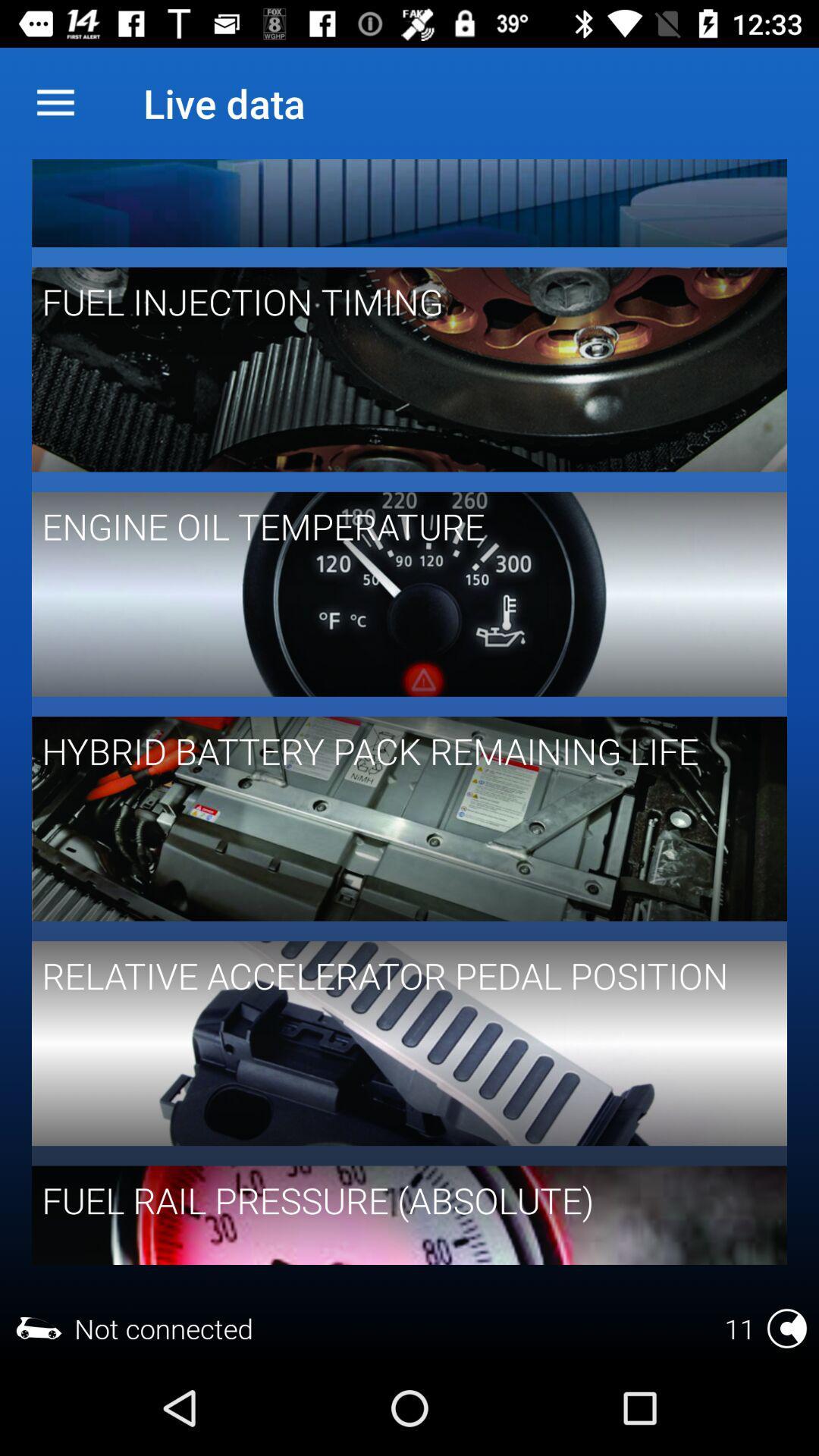 Image resolution: width=819 pixels, height=1456 pixels. Describe the element at coordinates (55, 102) in the screenshot. I see `the icon next to the live data` at that location.